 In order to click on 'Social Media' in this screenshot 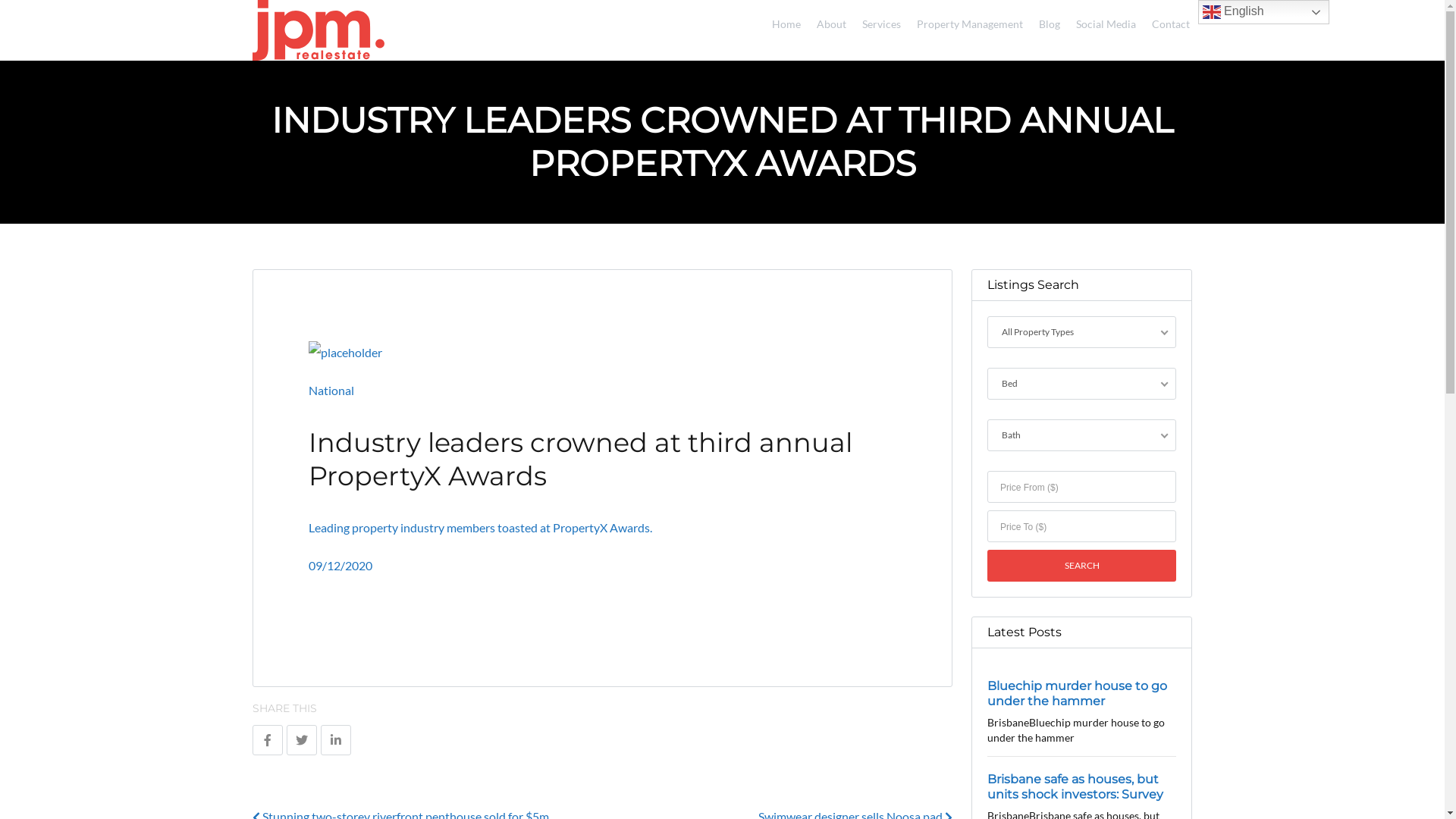, I will do `click(1101, 20)`.